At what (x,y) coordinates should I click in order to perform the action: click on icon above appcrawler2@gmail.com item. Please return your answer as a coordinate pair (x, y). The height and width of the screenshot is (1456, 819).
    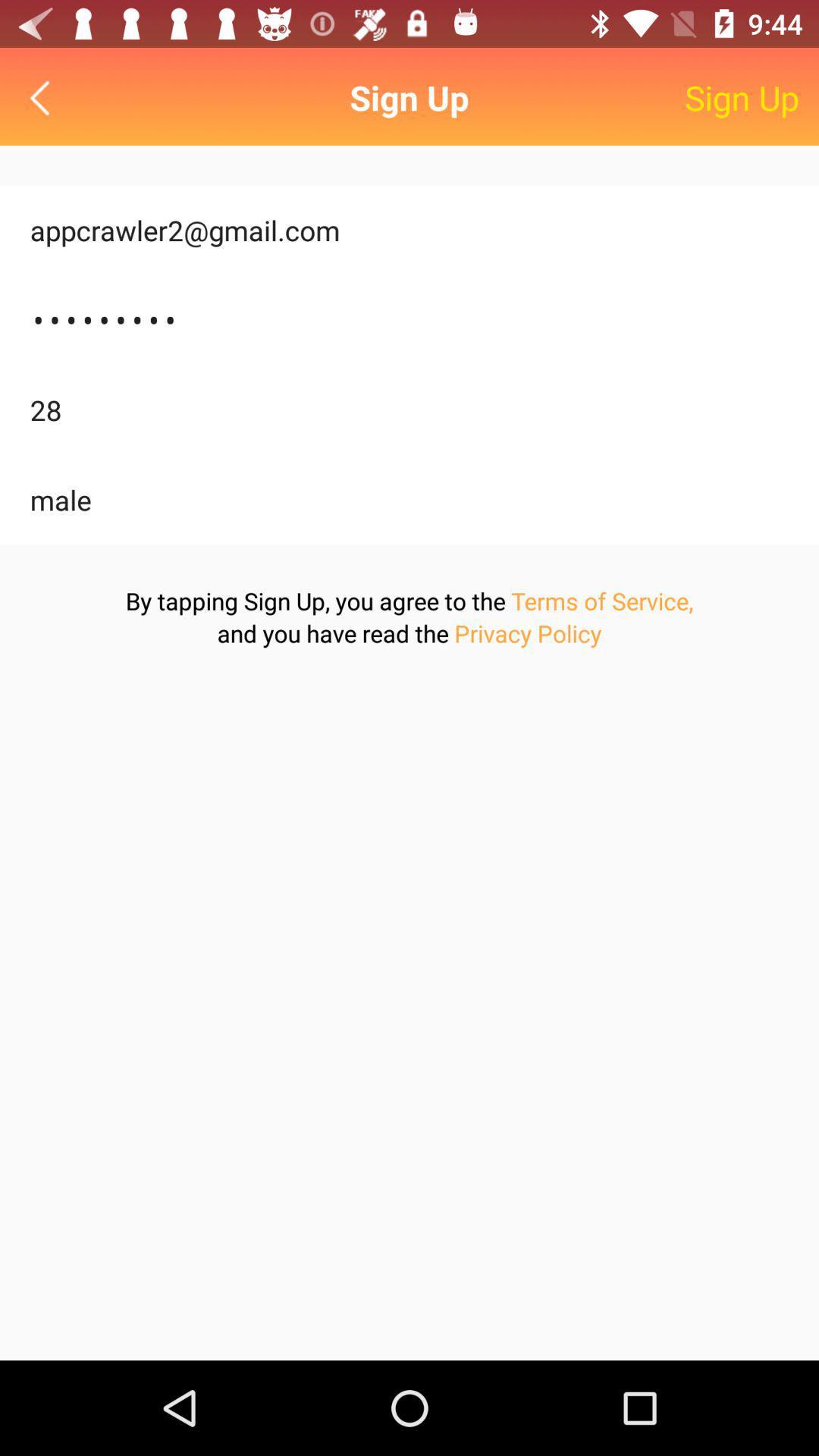
    Looking at the image, I should click on (42, 97).